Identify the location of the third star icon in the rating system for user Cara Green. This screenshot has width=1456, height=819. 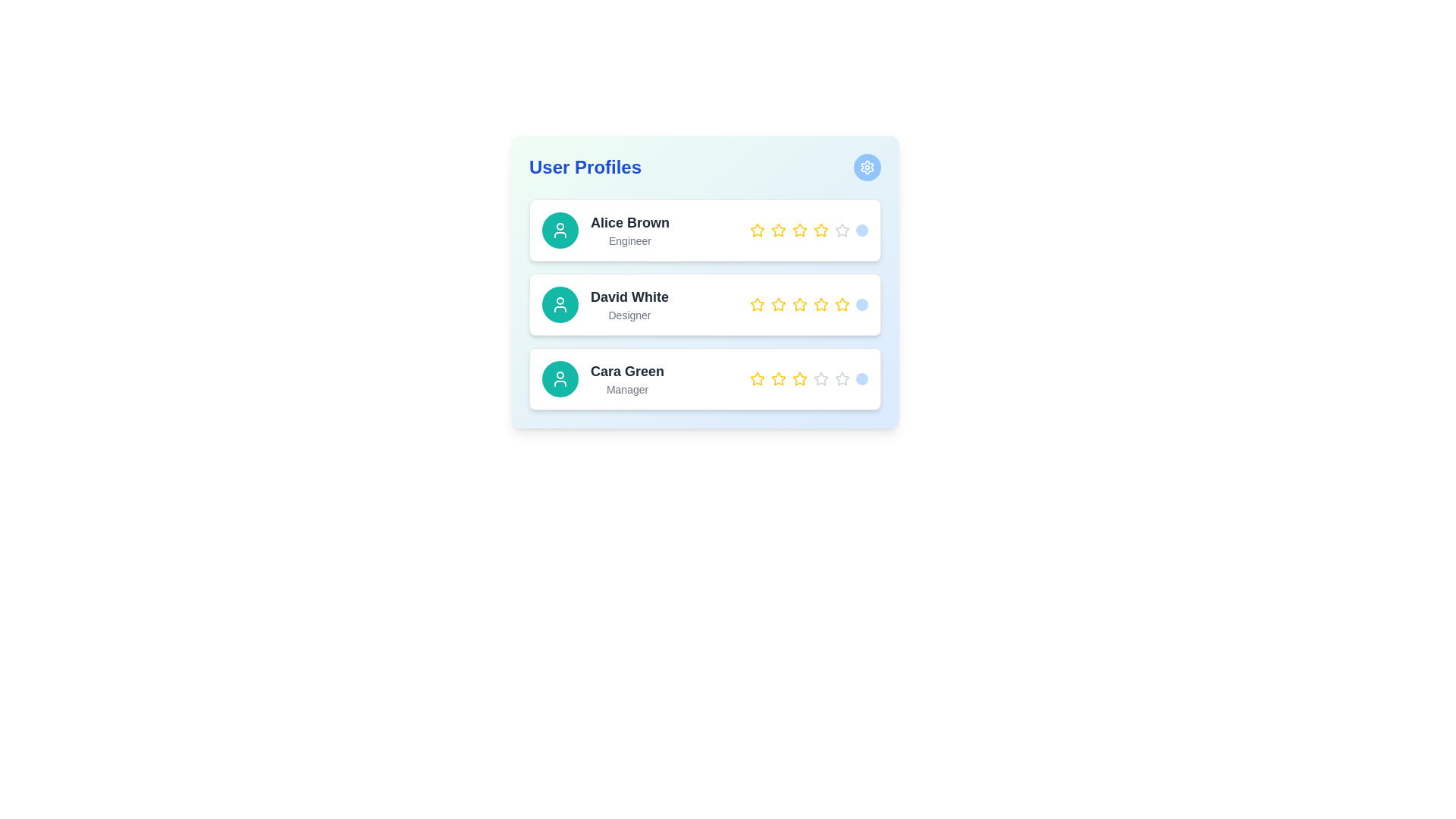
(841, 378).